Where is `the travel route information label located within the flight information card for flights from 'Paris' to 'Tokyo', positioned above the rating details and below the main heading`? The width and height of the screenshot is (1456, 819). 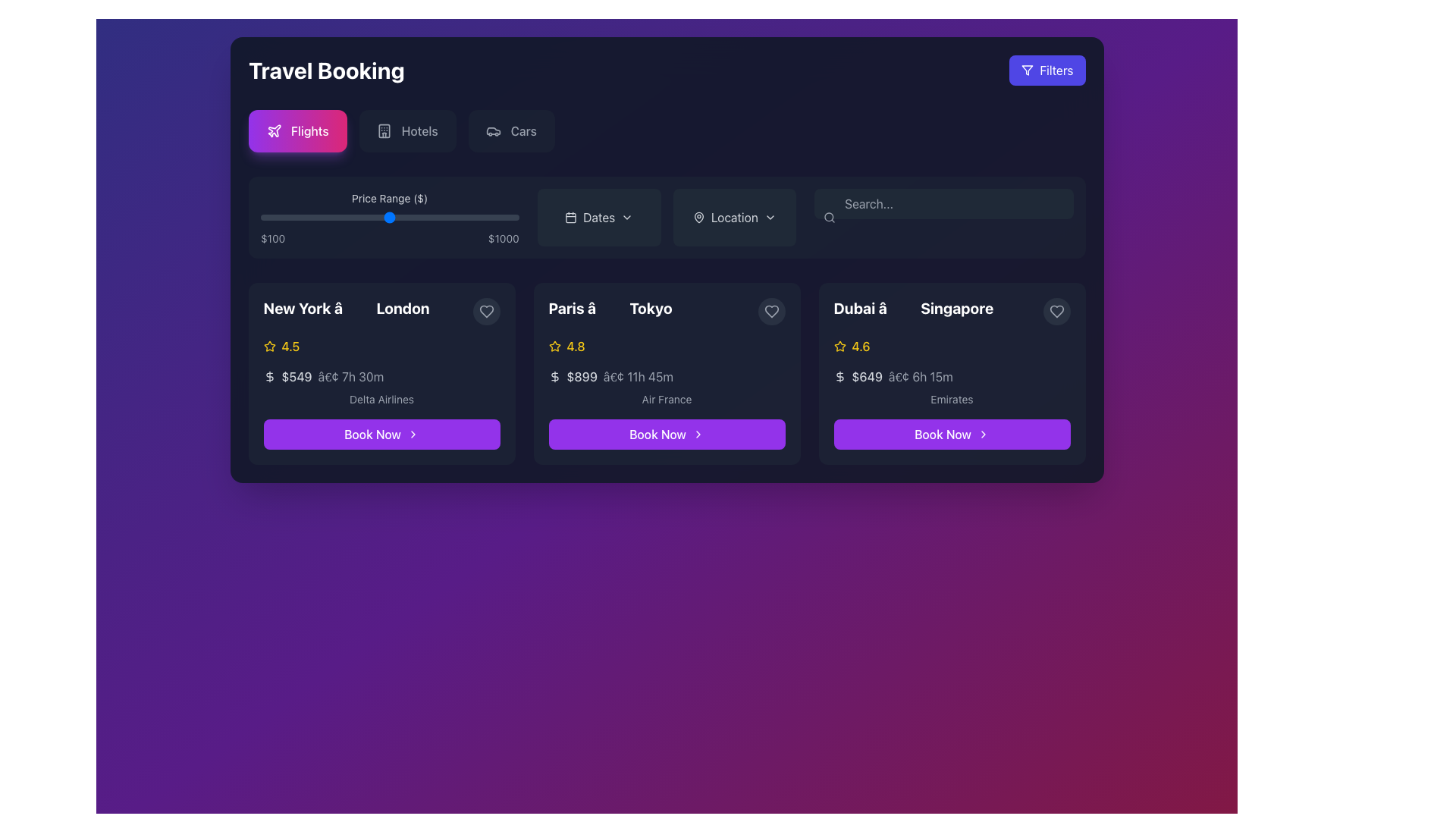
the travel route information label located within the flight information card for flights from 'Paris' to 'Tokyo', positioned above the rating details and below the main heading is located at coordinates (667, 311).